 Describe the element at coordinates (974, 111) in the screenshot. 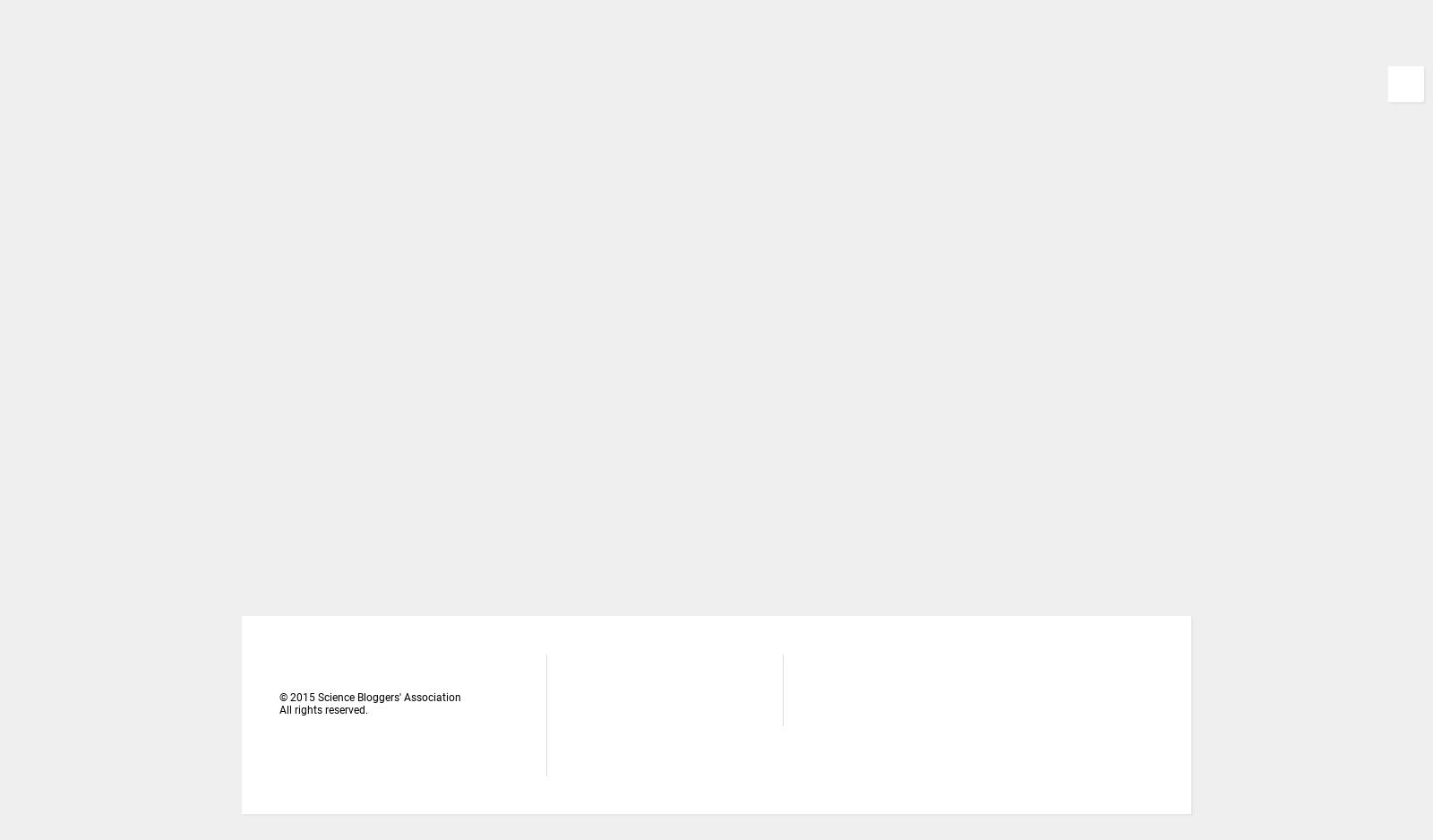

I see `'पानी पर तैरते पत्थरों का रहस्य...'` at that location.